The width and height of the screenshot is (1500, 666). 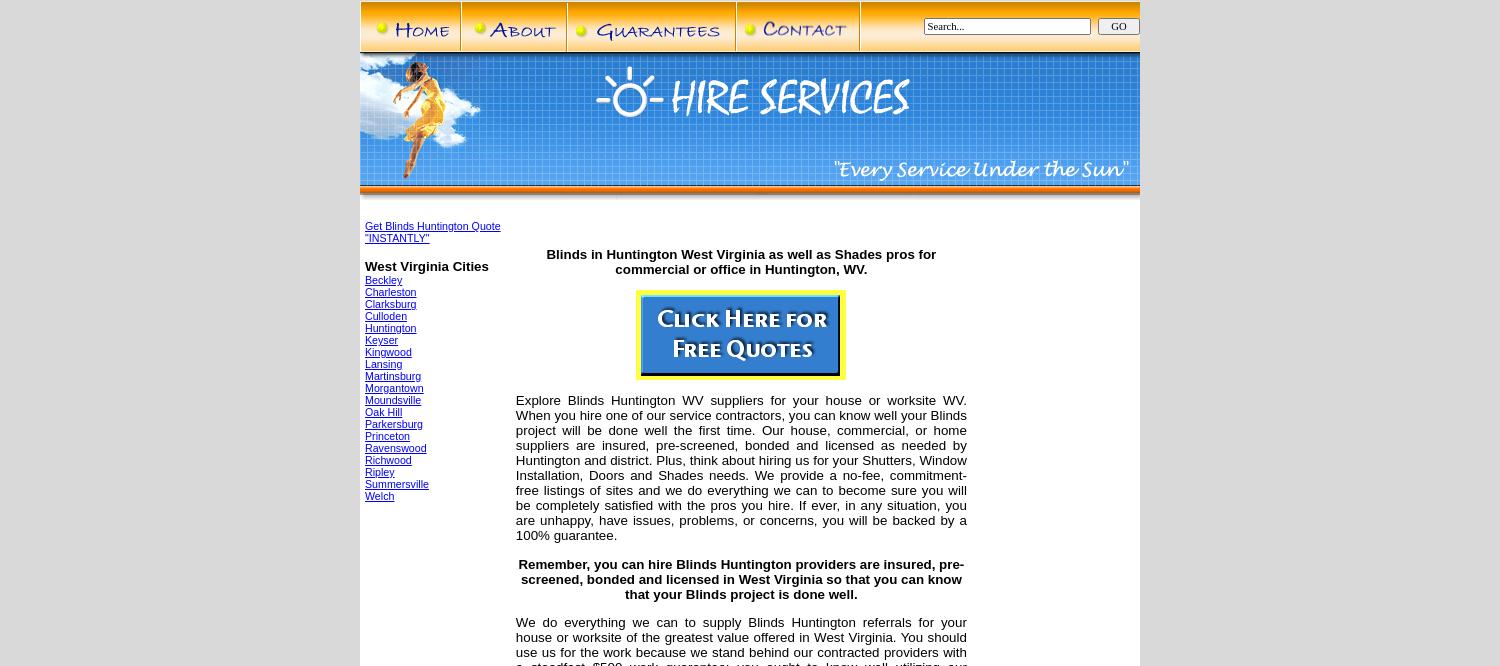 I want to click on 'Summersville', so click(x=396, y=483).